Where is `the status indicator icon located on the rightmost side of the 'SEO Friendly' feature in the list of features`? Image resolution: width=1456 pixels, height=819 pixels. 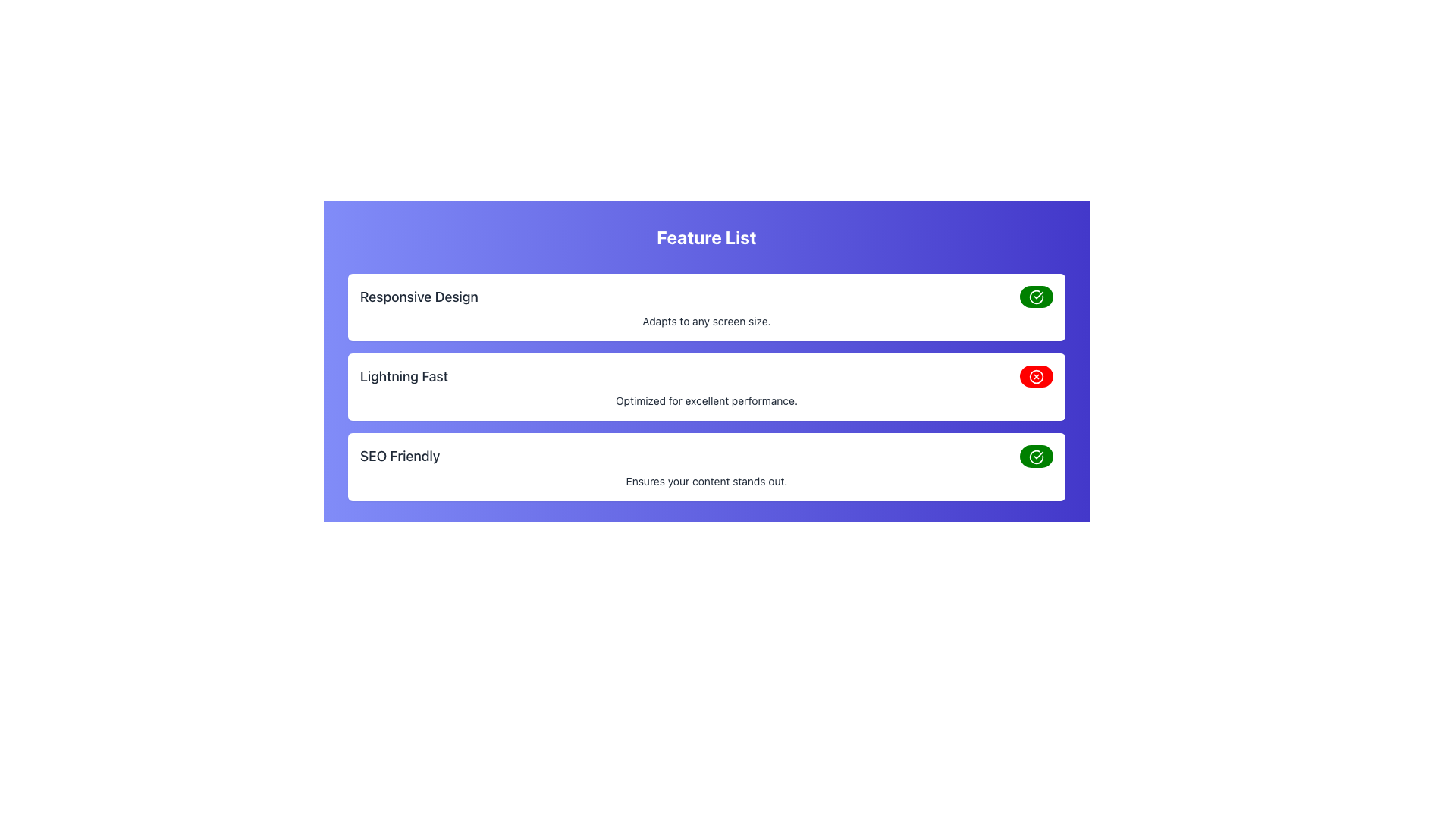 the status indicator icon located on the rightmost side of the 'SEO Friendly' feature in the list of features is located at coordinates (1036, 297).